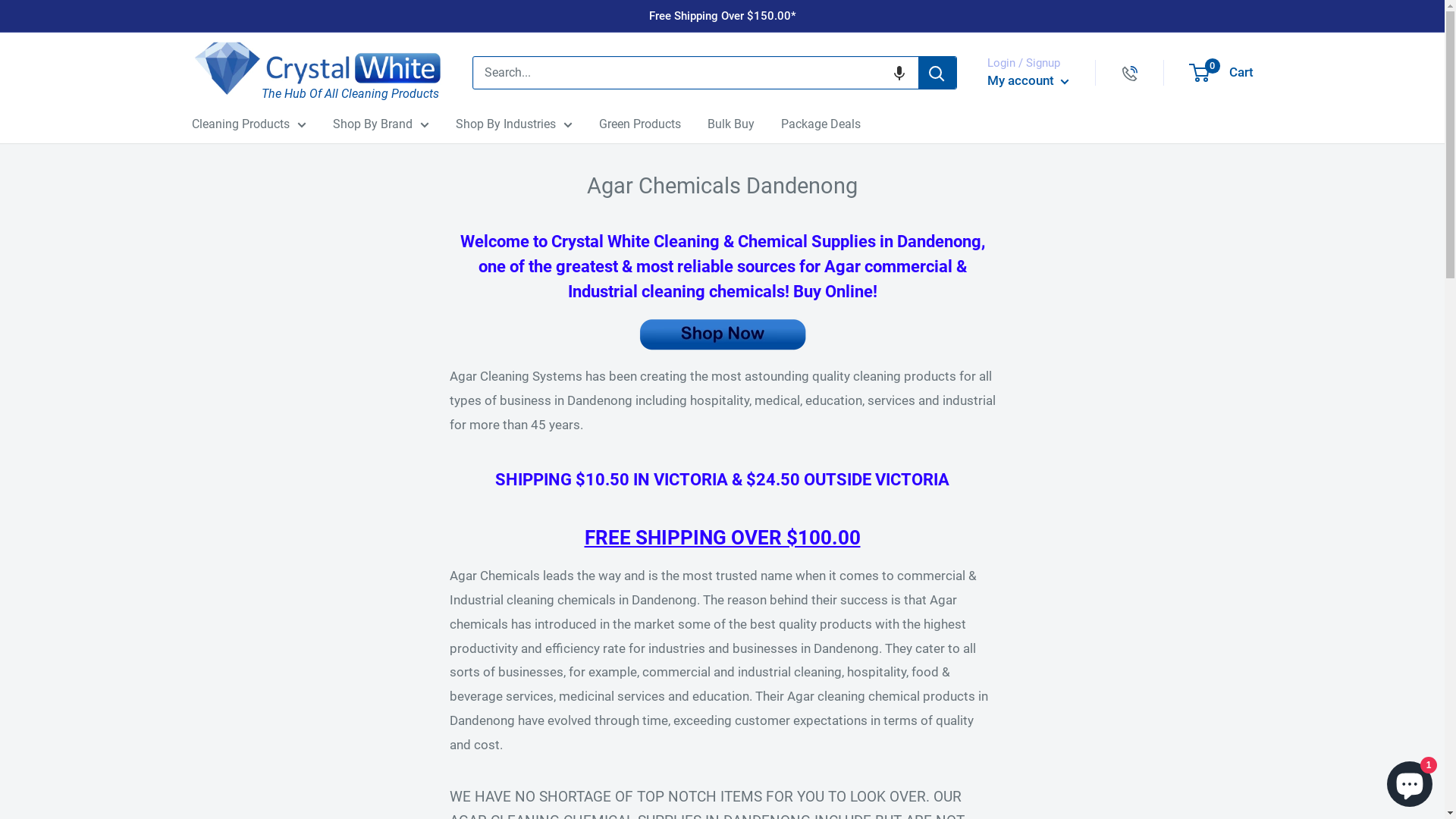 Image resolution: width=1456 pixels, height=819 pixels. Describe the element at coordinates (722, 15) in the screenshot. I see `'Free Shipping Over $150.00*'` at that location.